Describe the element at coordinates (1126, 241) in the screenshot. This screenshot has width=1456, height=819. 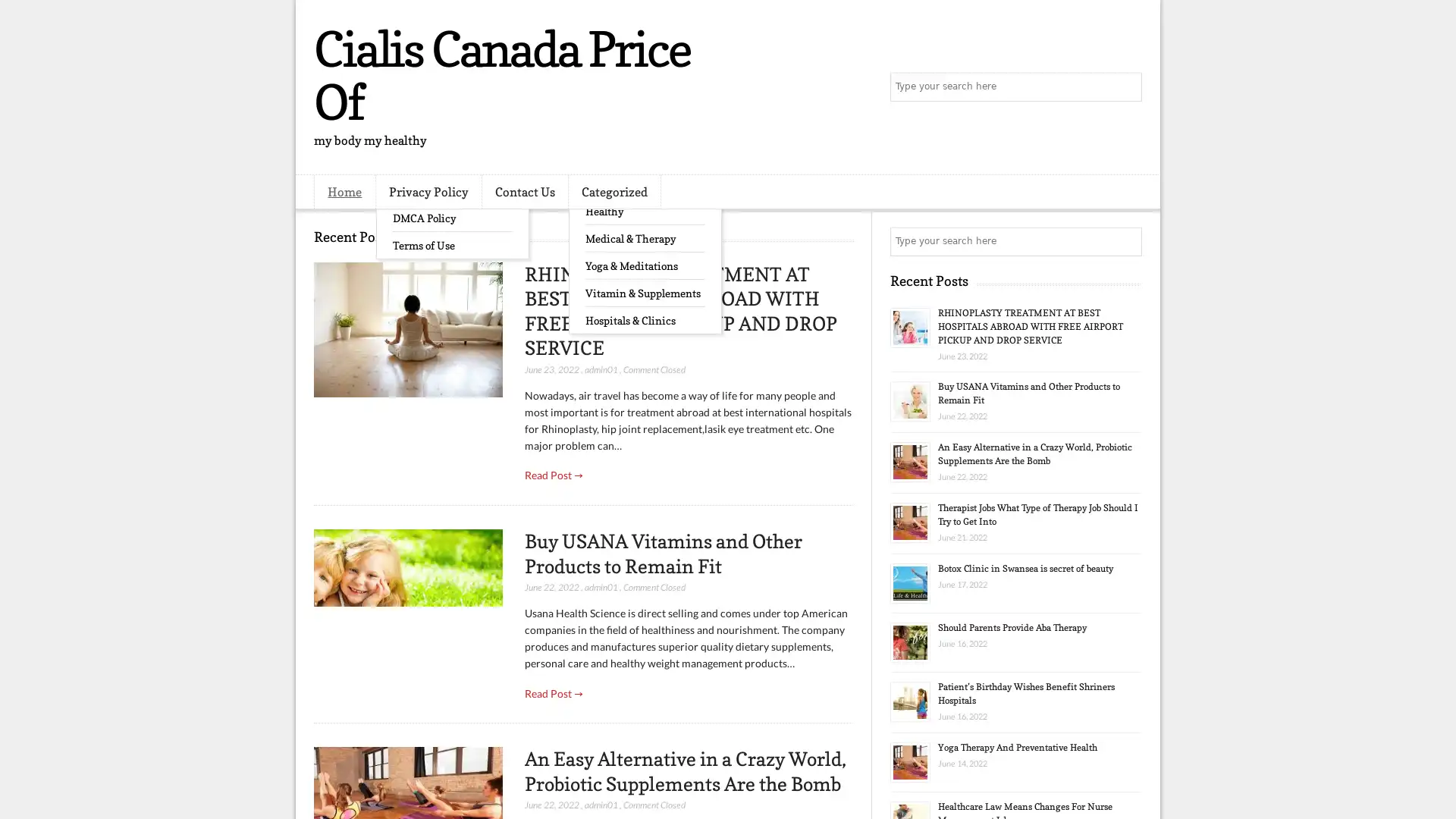
I see `Search` at that location.